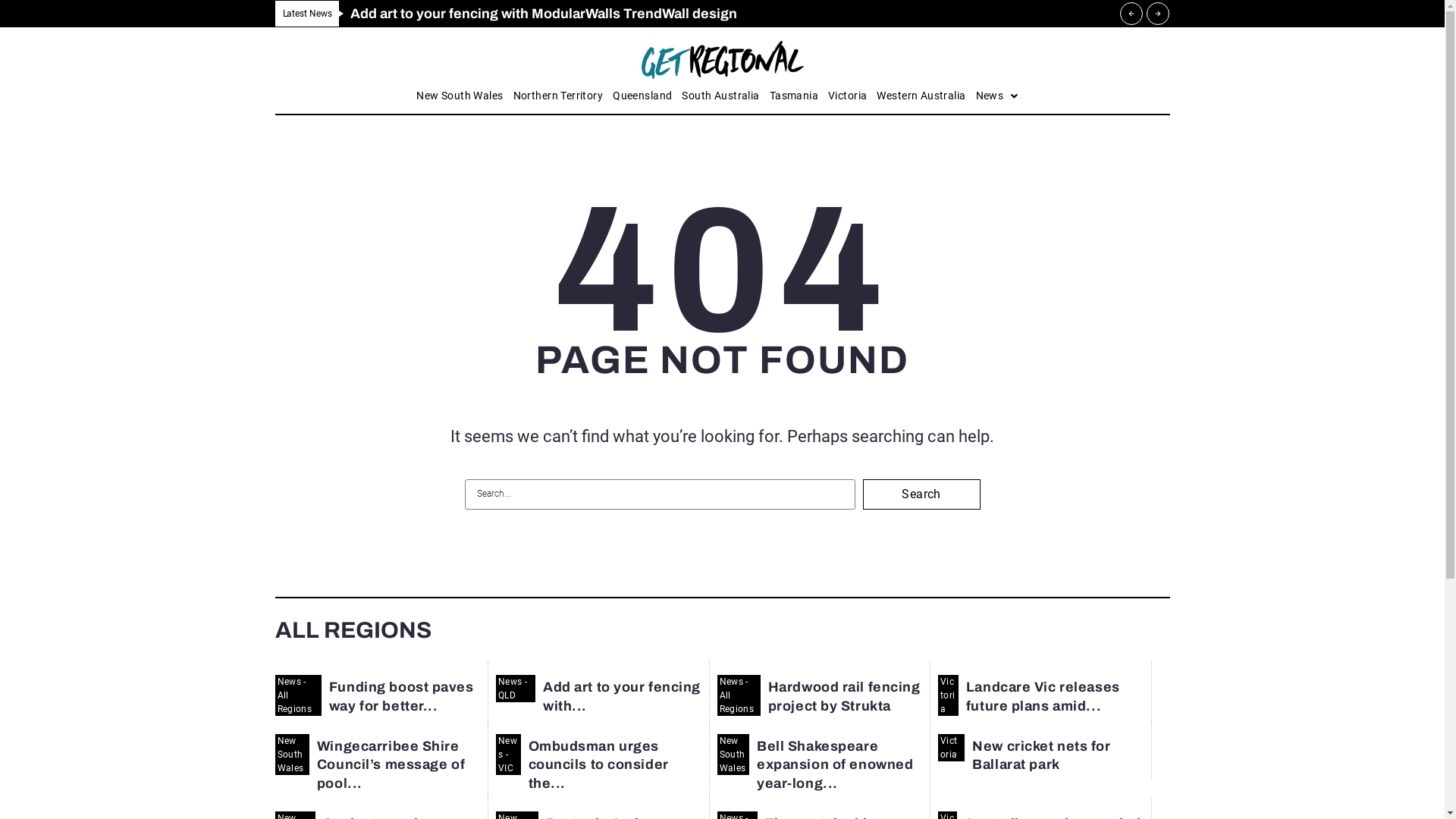  What do you see at coordinates (720, 96) in the screenshot?
I see `'South Australia'` at bounding box center [720, 96].